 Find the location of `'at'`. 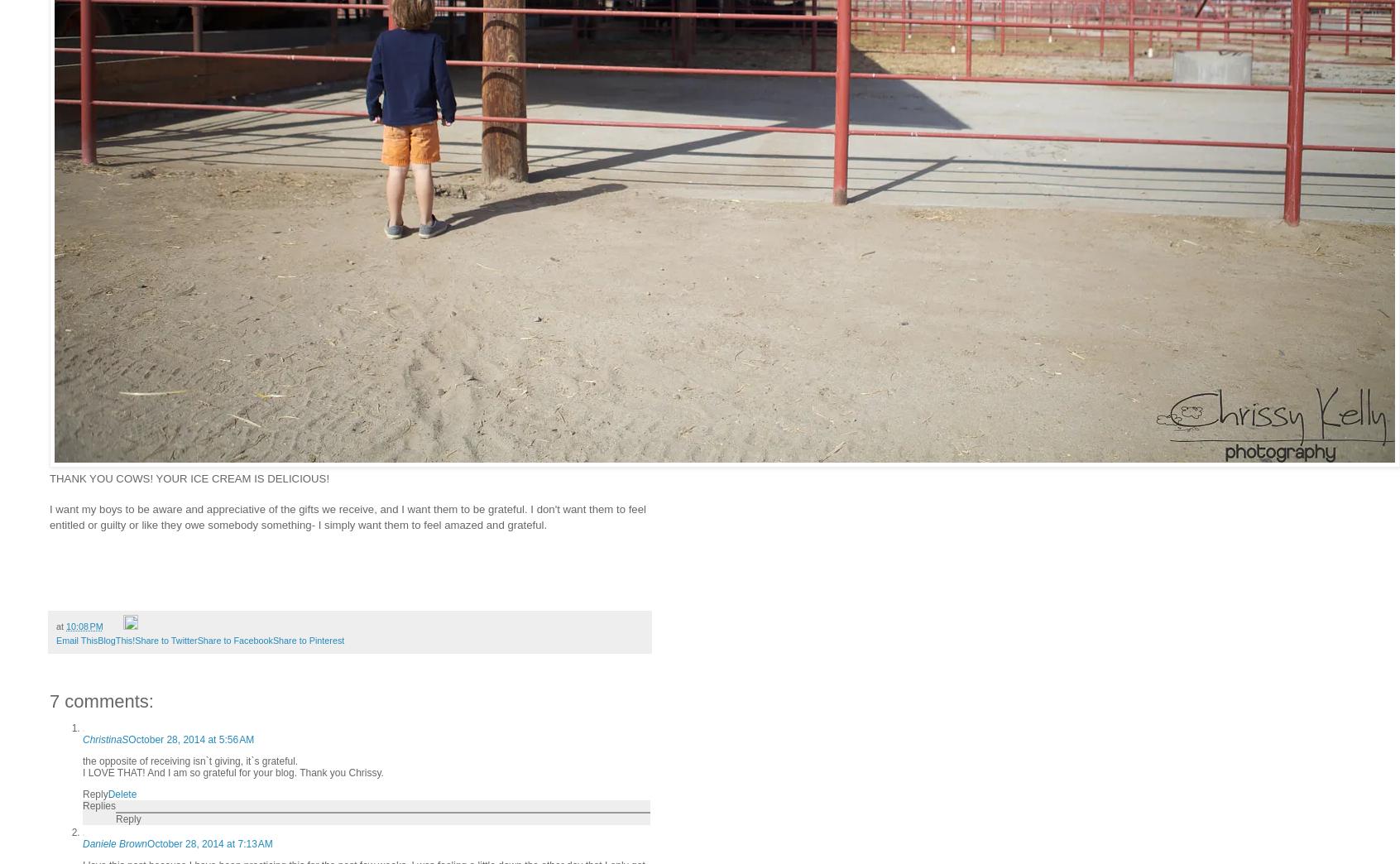

'at' is located at coordinates (60, 626).